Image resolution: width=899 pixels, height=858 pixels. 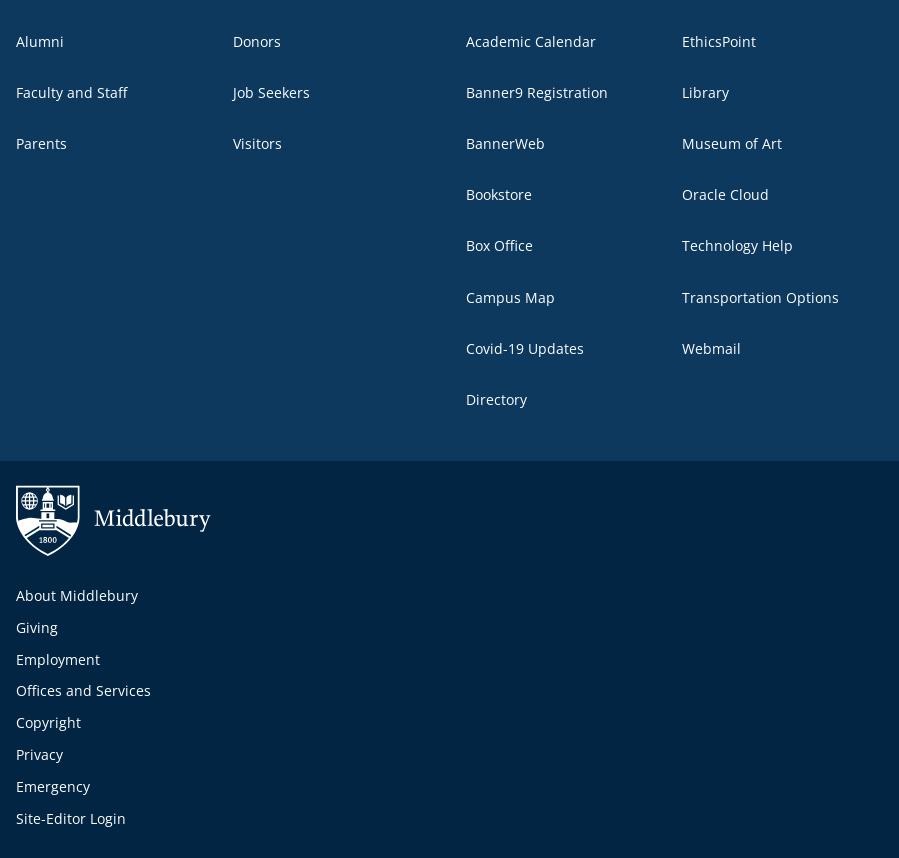 I want to click on 'Campus Map', so click(x=509, y=296).